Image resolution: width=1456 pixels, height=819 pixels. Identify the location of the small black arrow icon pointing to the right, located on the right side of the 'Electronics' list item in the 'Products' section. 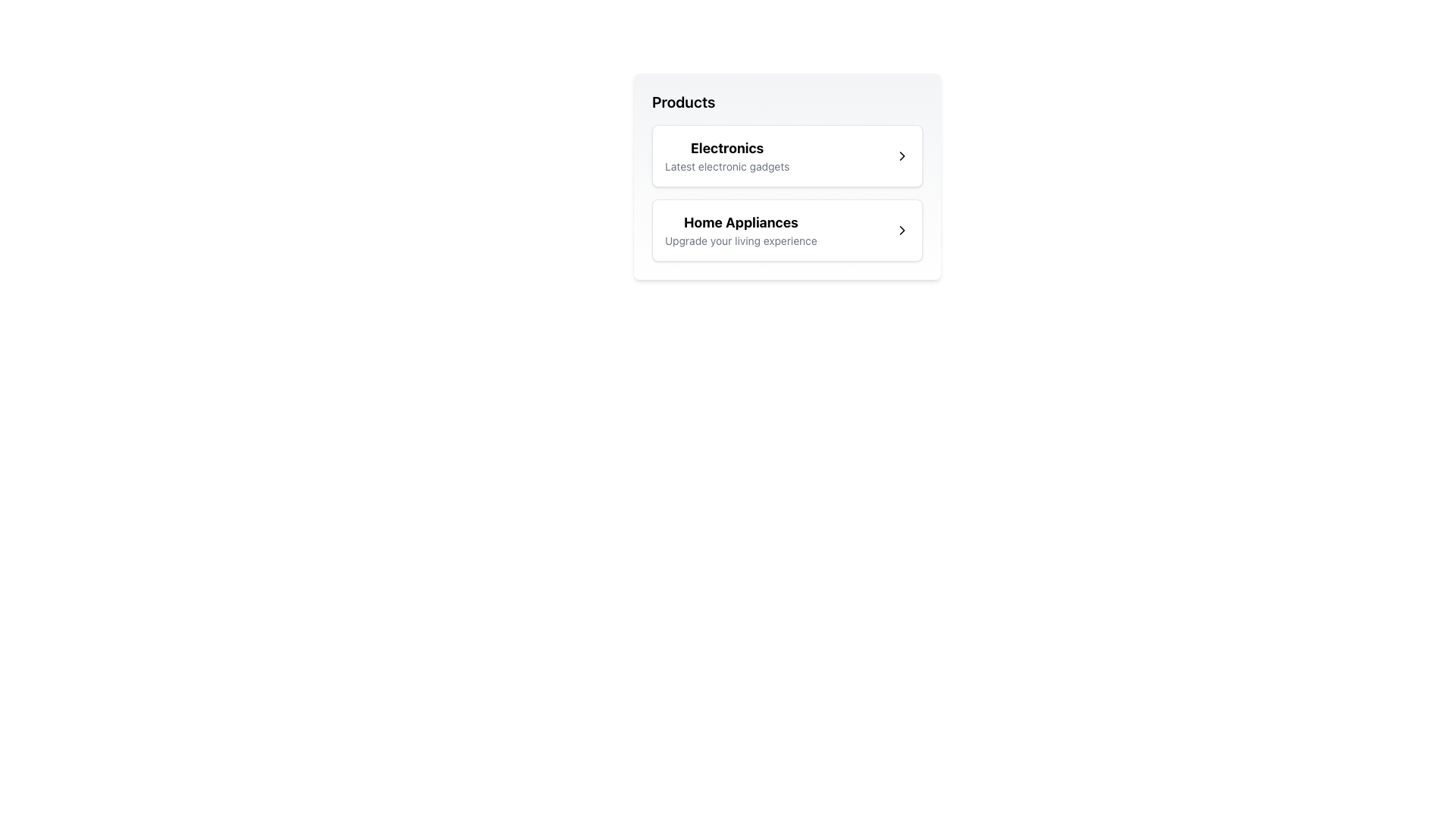
(902, 155).